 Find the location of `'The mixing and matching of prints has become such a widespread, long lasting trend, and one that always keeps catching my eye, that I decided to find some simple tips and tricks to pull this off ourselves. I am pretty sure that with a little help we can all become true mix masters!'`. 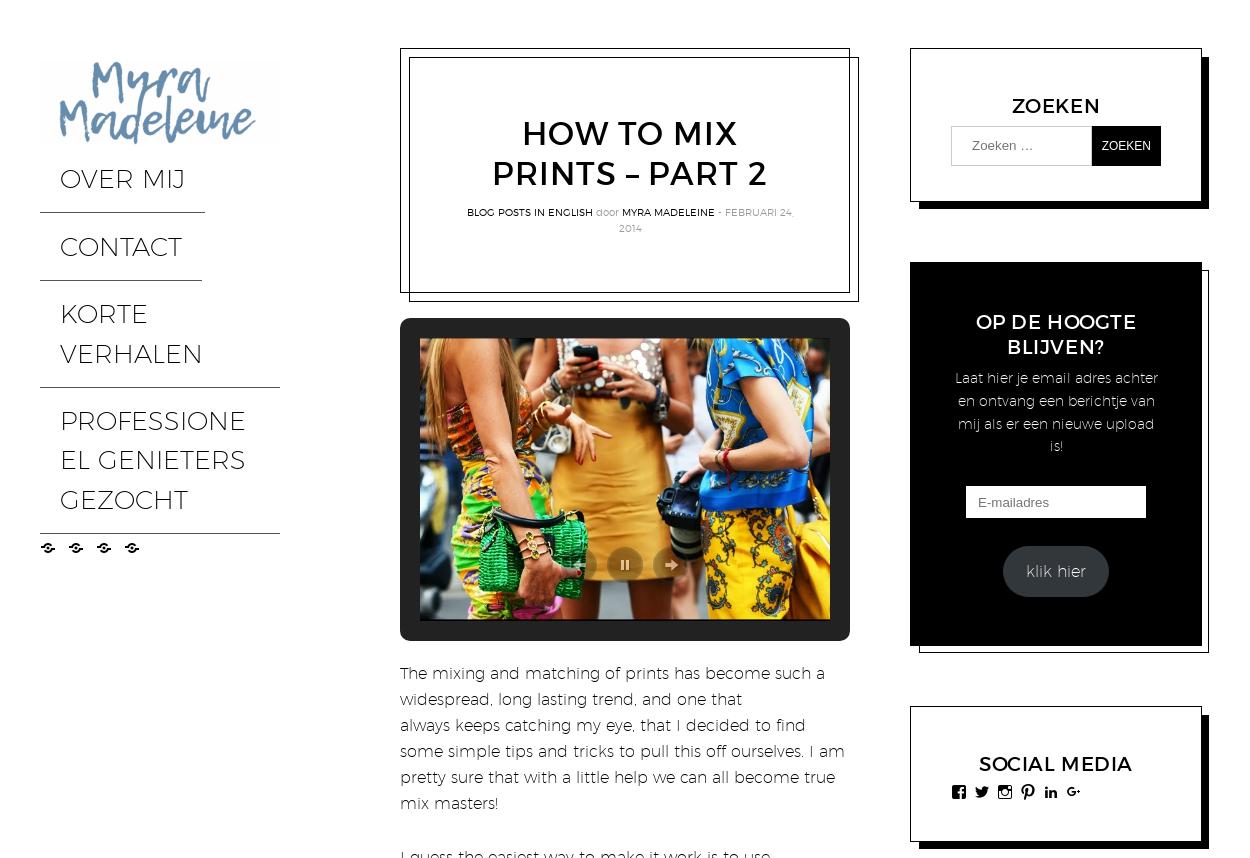

'The mixing and matching of prints has become such a widespread, long lasting trend, and one that always keeps catching my eye, that I decided to find some simple tips and tricks to pull this off ourselves. I am pretty sure that with a little help we can all become true mix masters!' is located at coordinates (621, 736).